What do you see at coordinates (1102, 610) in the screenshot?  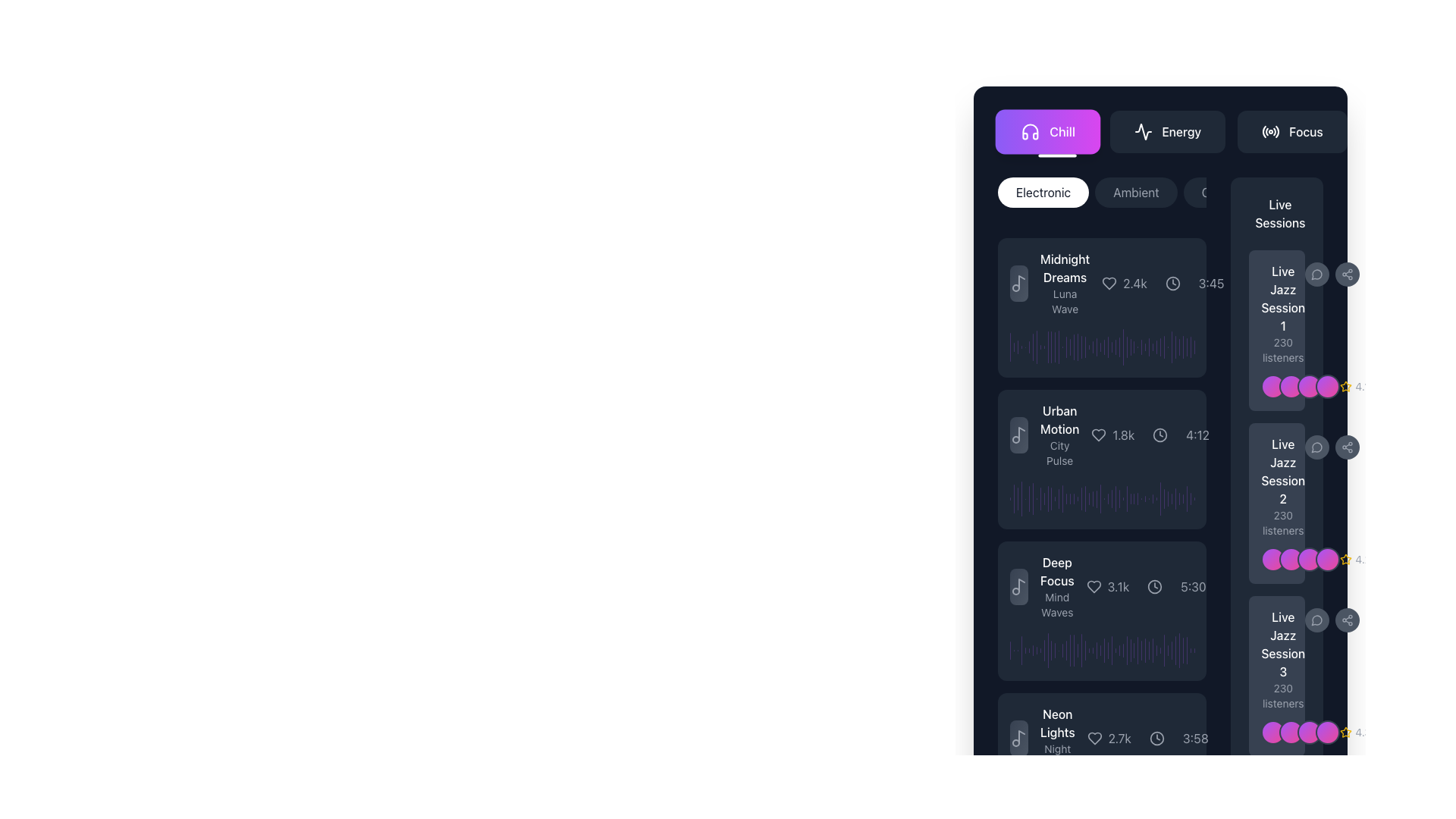 I see `the music card titled 'Deep Focus'` at bounding box center [1102, 610].